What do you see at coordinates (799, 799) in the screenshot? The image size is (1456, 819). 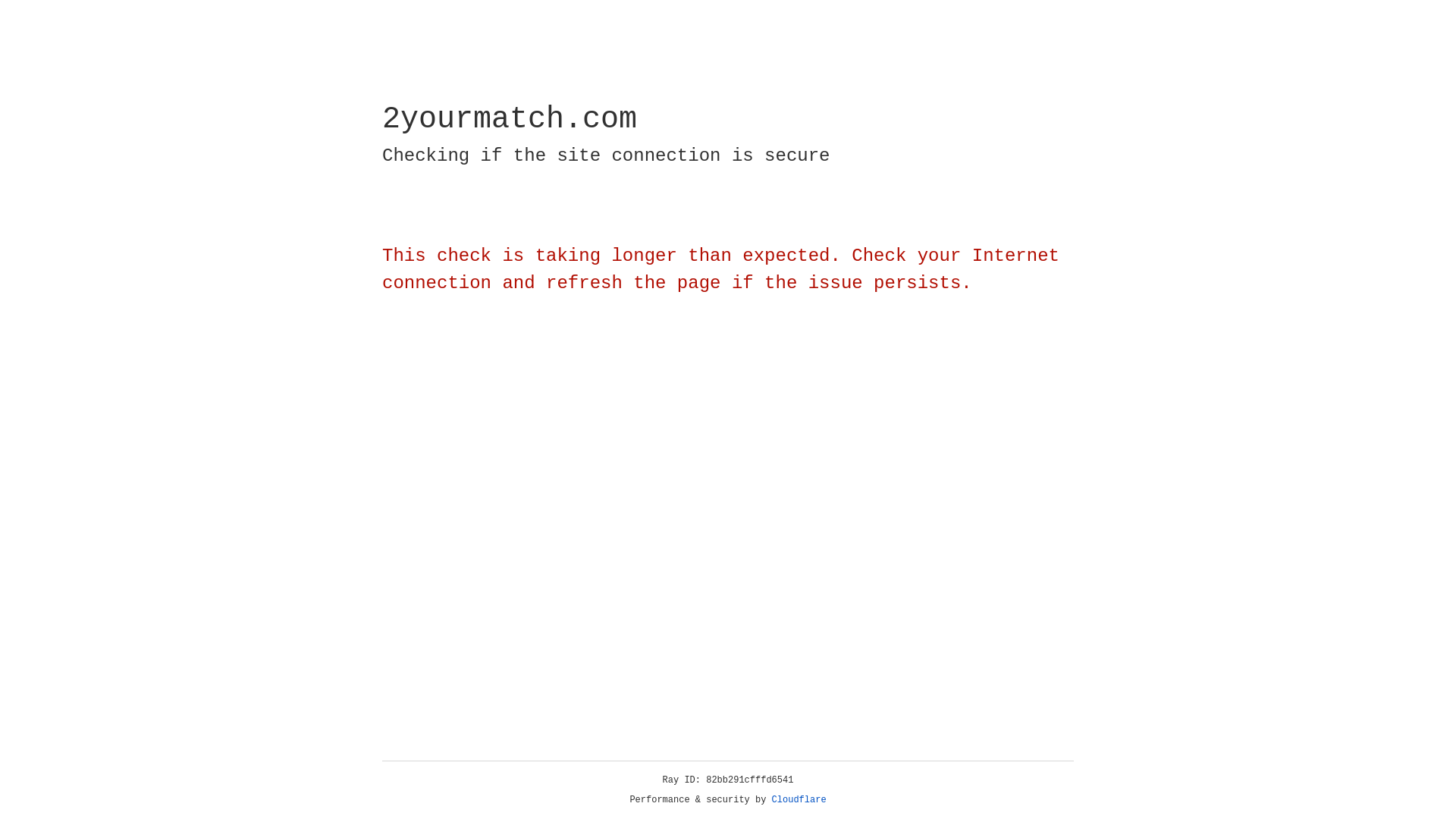 I see `'Cloudflare'` at bounding box center [799, 799].